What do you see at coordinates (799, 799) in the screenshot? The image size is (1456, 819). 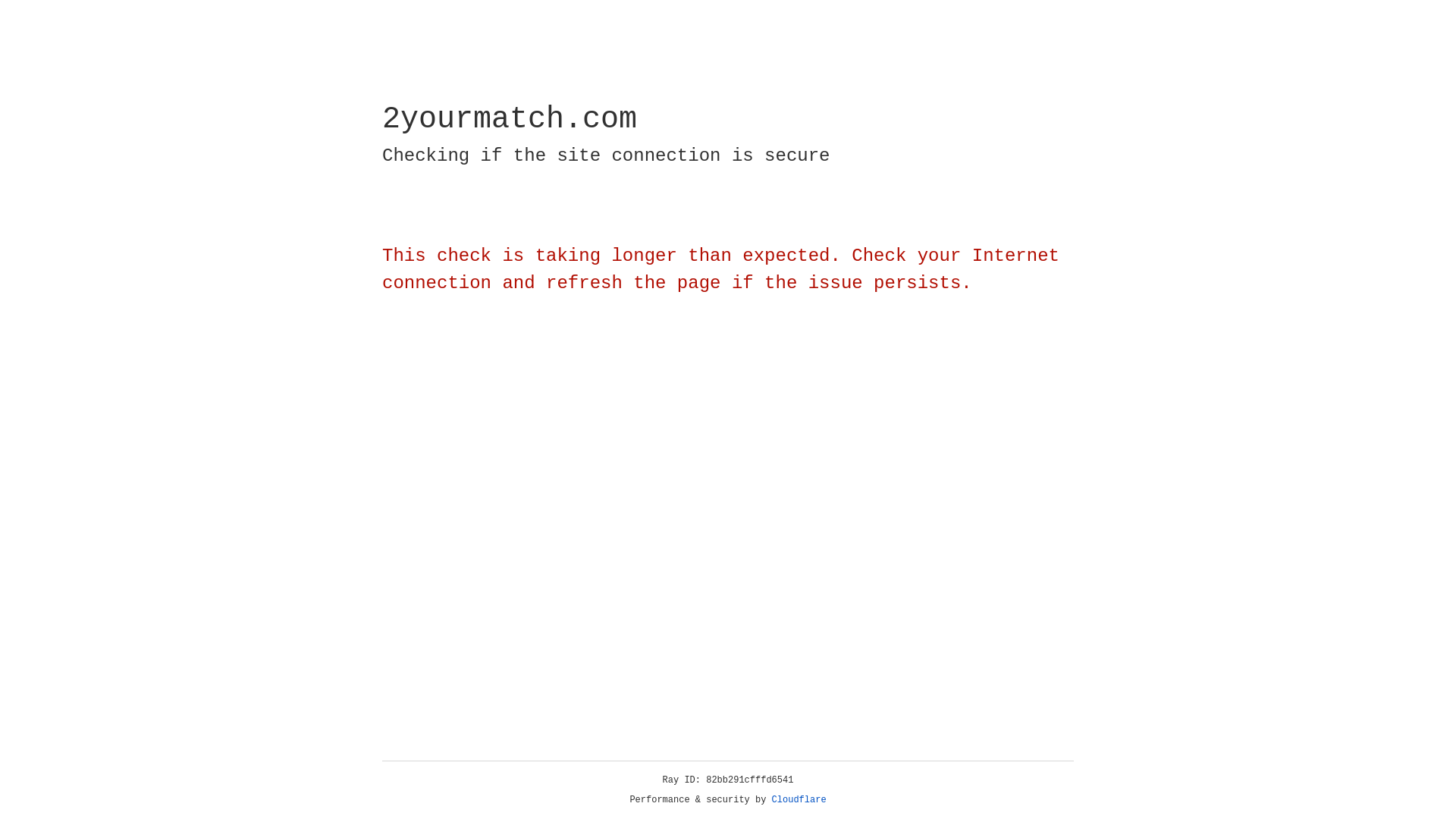 I see `'Cloudflare'` at bounding box center [799, 799].